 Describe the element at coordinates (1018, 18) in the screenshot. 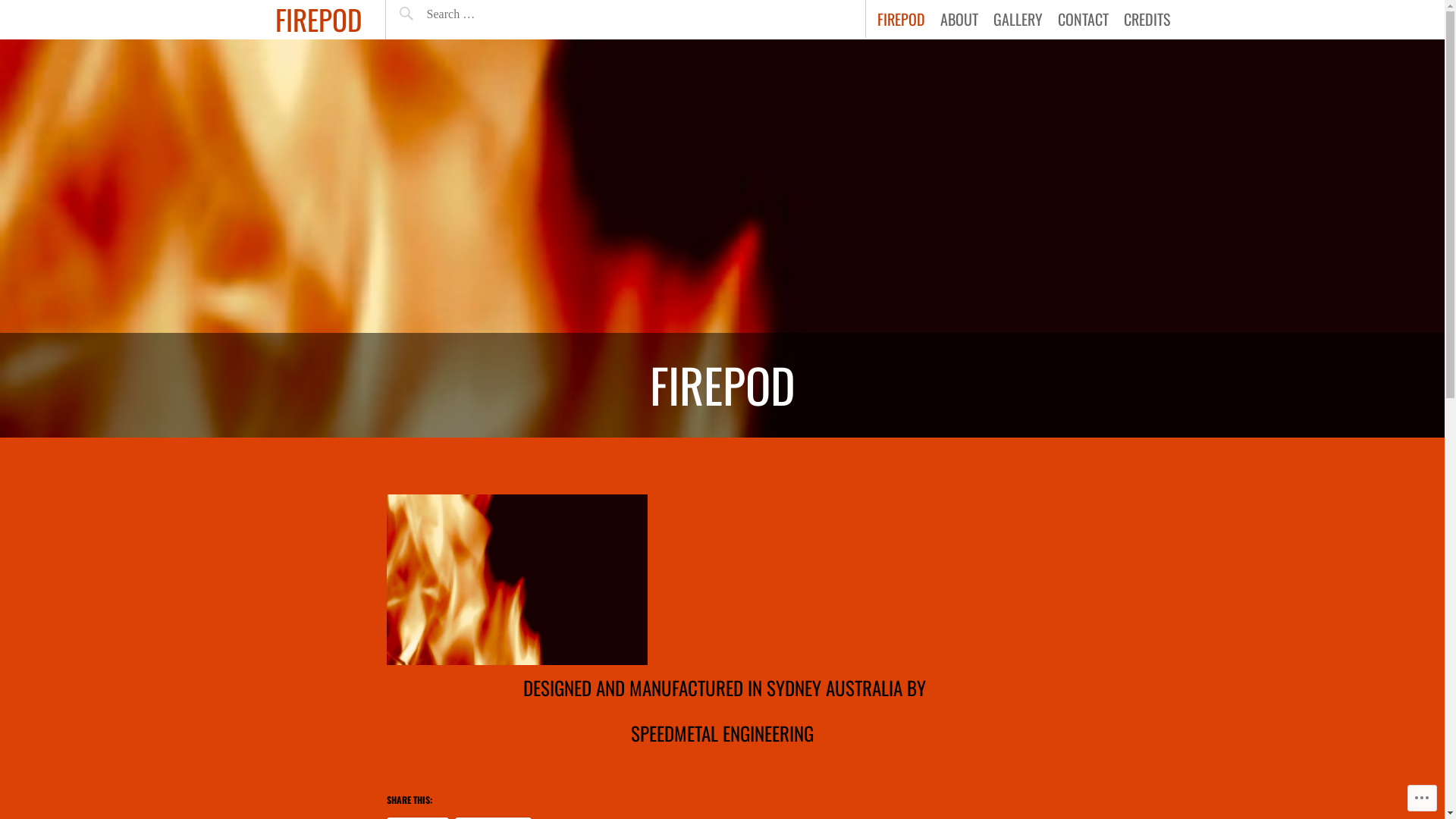

I see `'GALLERY'` at that location.